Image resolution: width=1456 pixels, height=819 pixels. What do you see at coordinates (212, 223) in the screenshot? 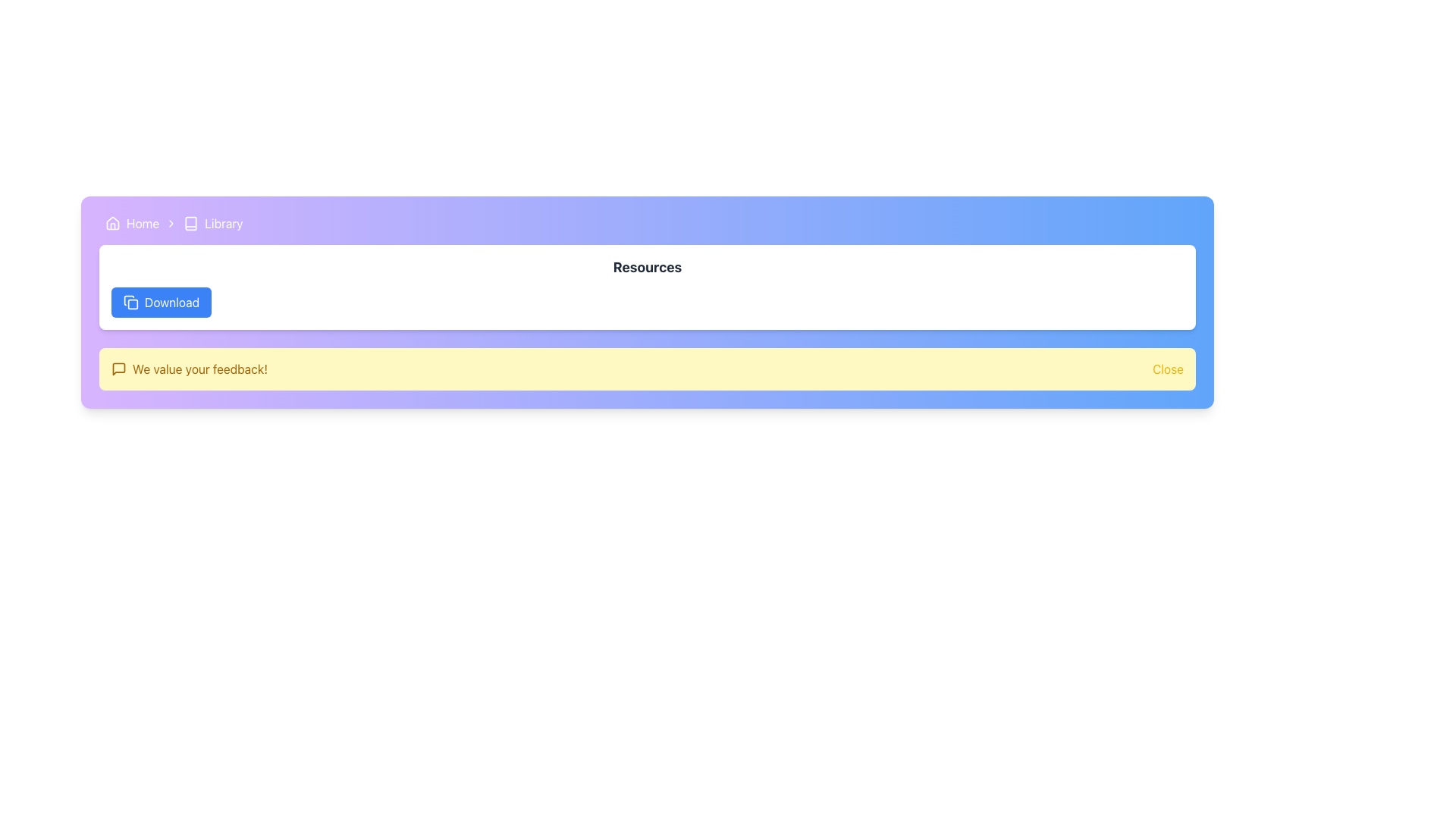
I see `the navigational button that directs users to the 'Library' section, located to the right of the 'Home' link and the chevron icon, triggering hover effects` at bounding box center [212, 223].